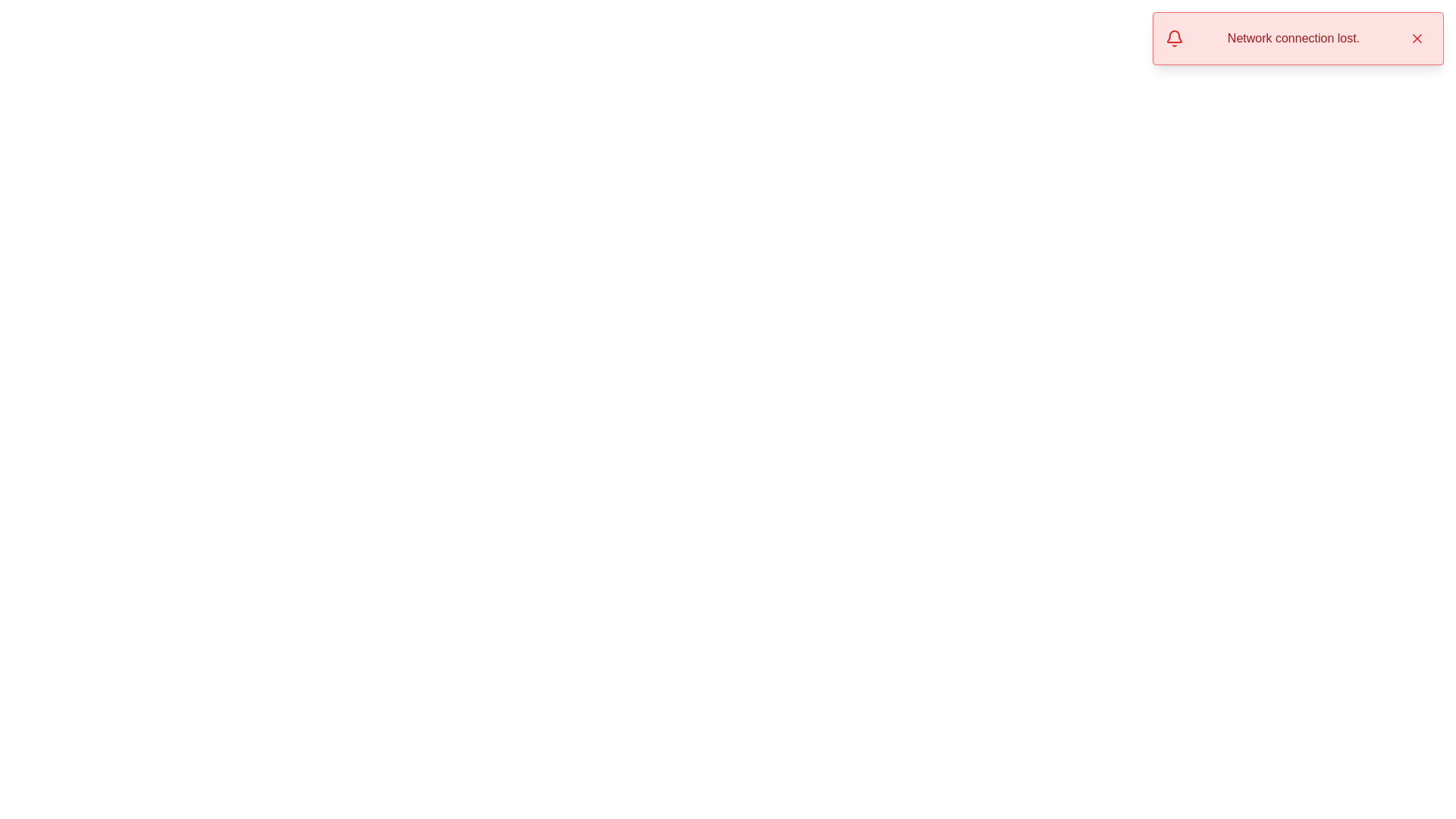  Describe the element at coordinates (1416, 37) in the screenshot. I see `the small red button with an 'X' icon located in the top-right corner of the notification box, following the text 'Network connection lost'` at that location.